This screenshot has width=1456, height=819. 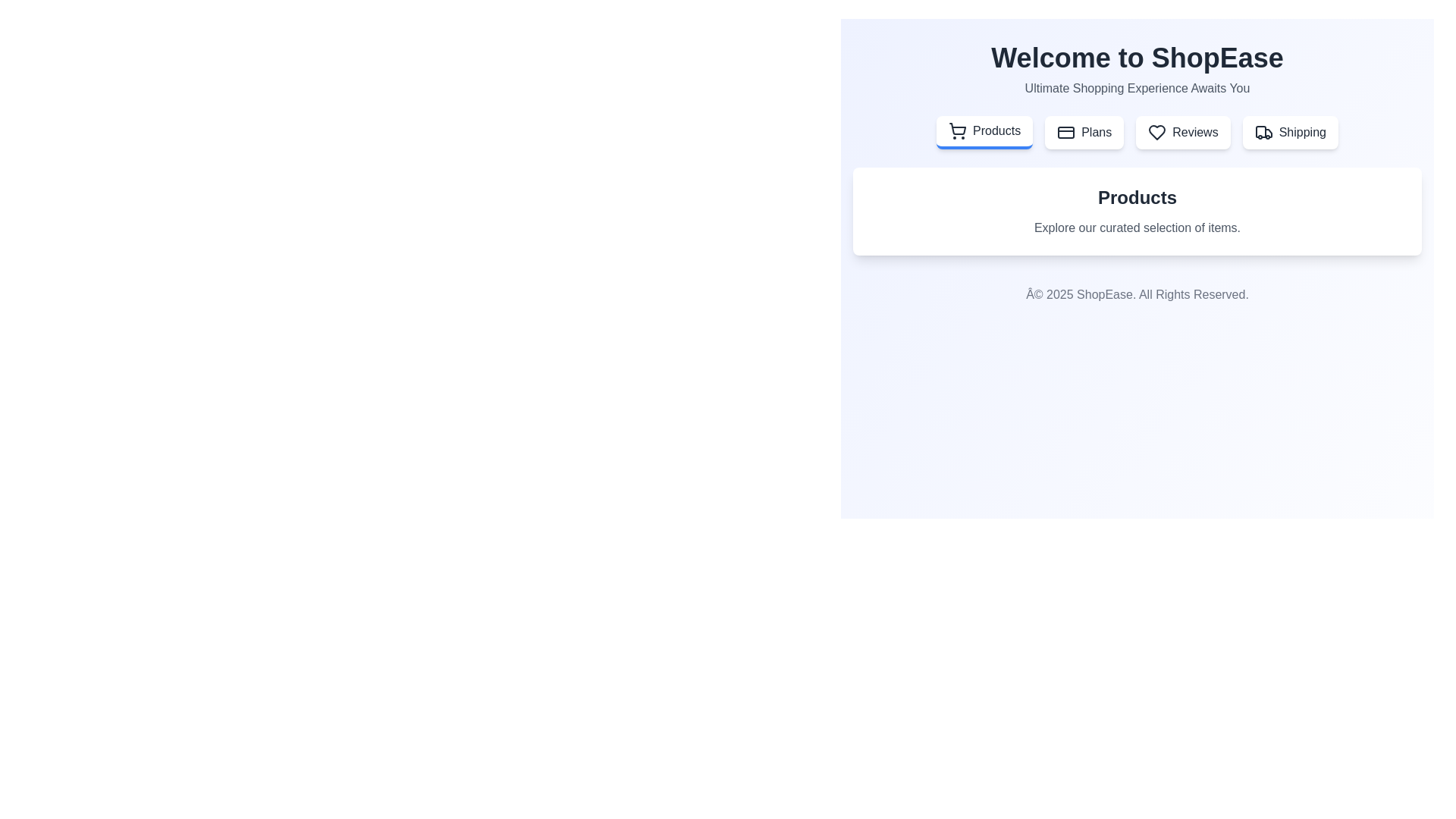 I want to click on the heart-shaped icon outlined in black, located under the 'Reviews' label in the navigation bar, so click(x=1156, y=131).